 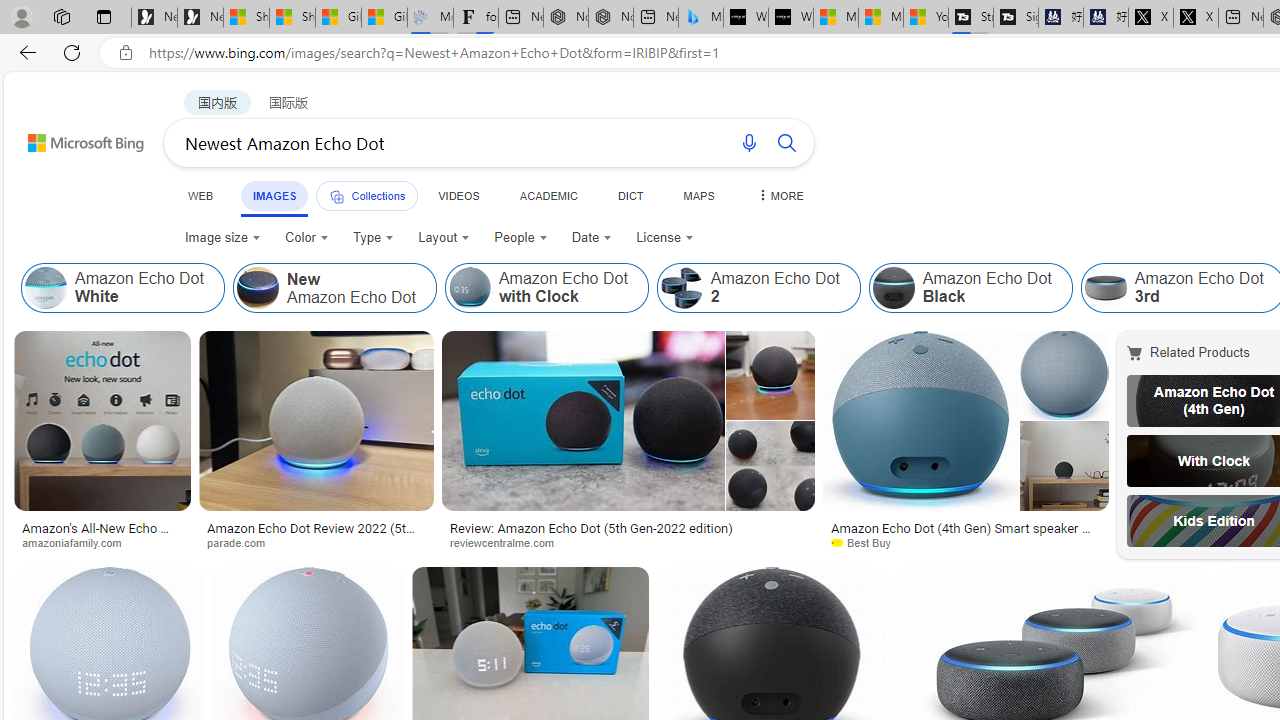 What do you see at coordinates (629, 195) in the screenshot?
I see `'DICT'` at bounding box center [629, 195].